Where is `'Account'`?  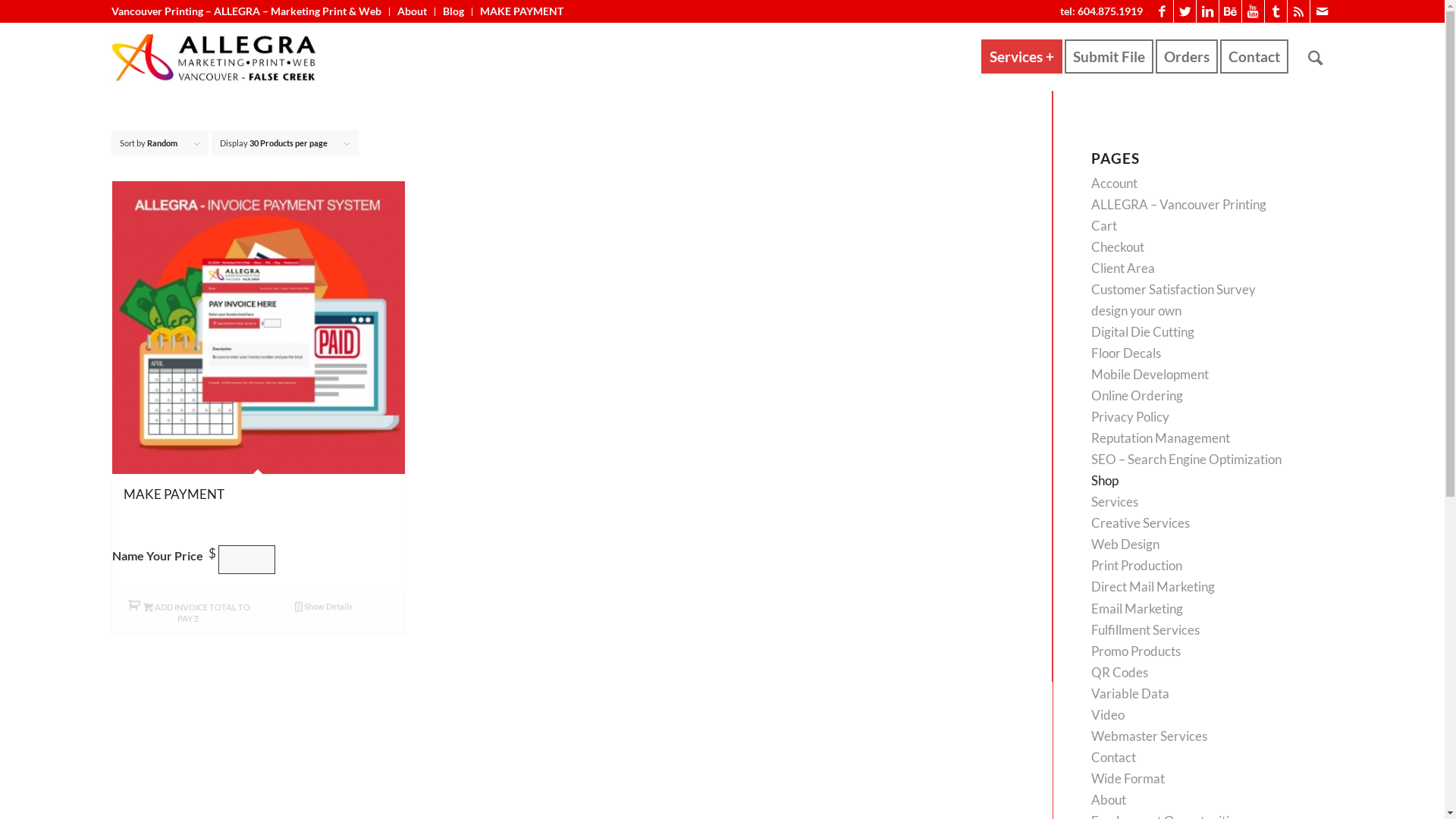
'Account' is located at coordinates (1114, 182).